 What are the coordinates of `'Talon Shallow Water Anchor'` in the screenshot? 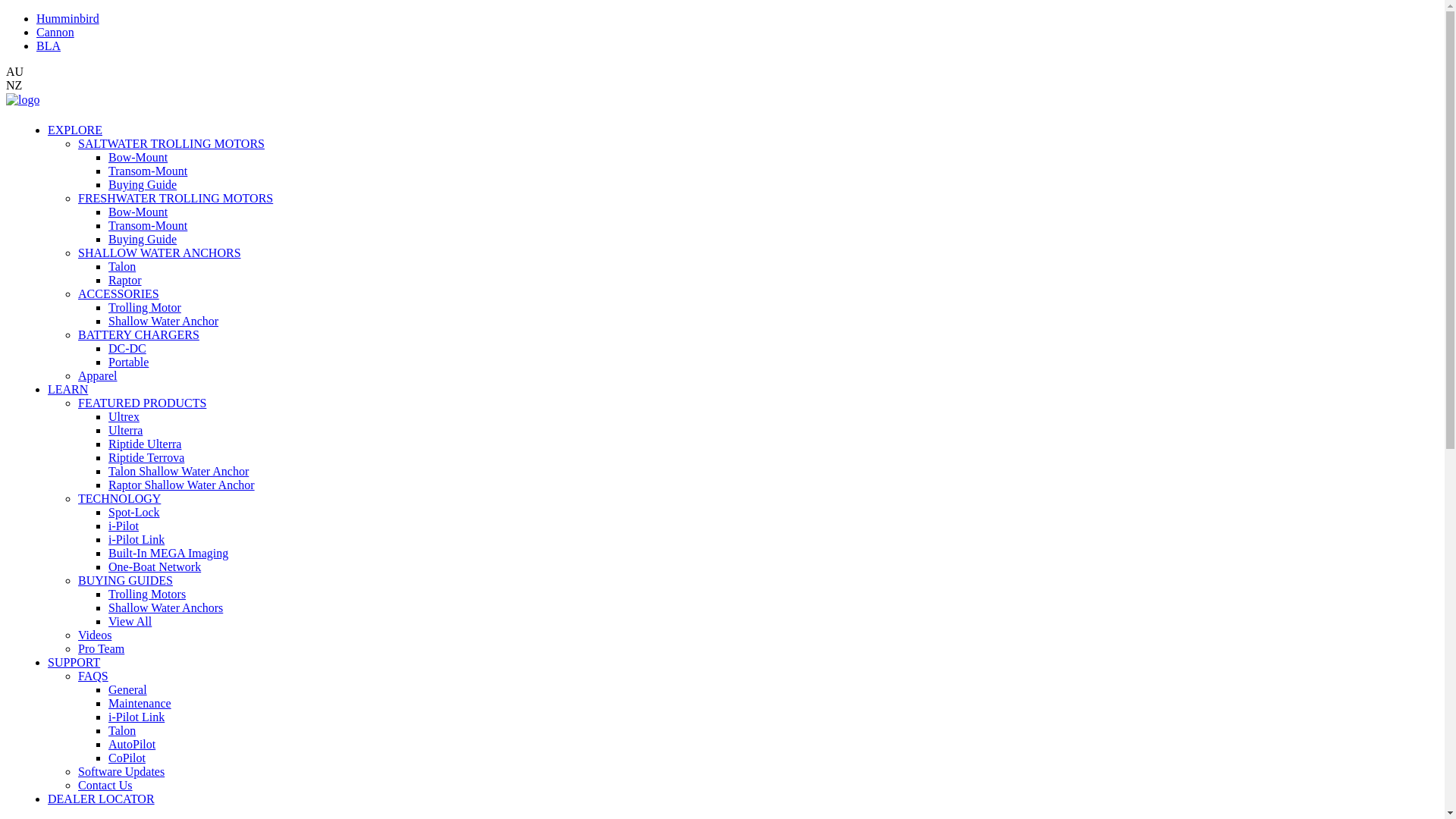 It's located at (108, 470).